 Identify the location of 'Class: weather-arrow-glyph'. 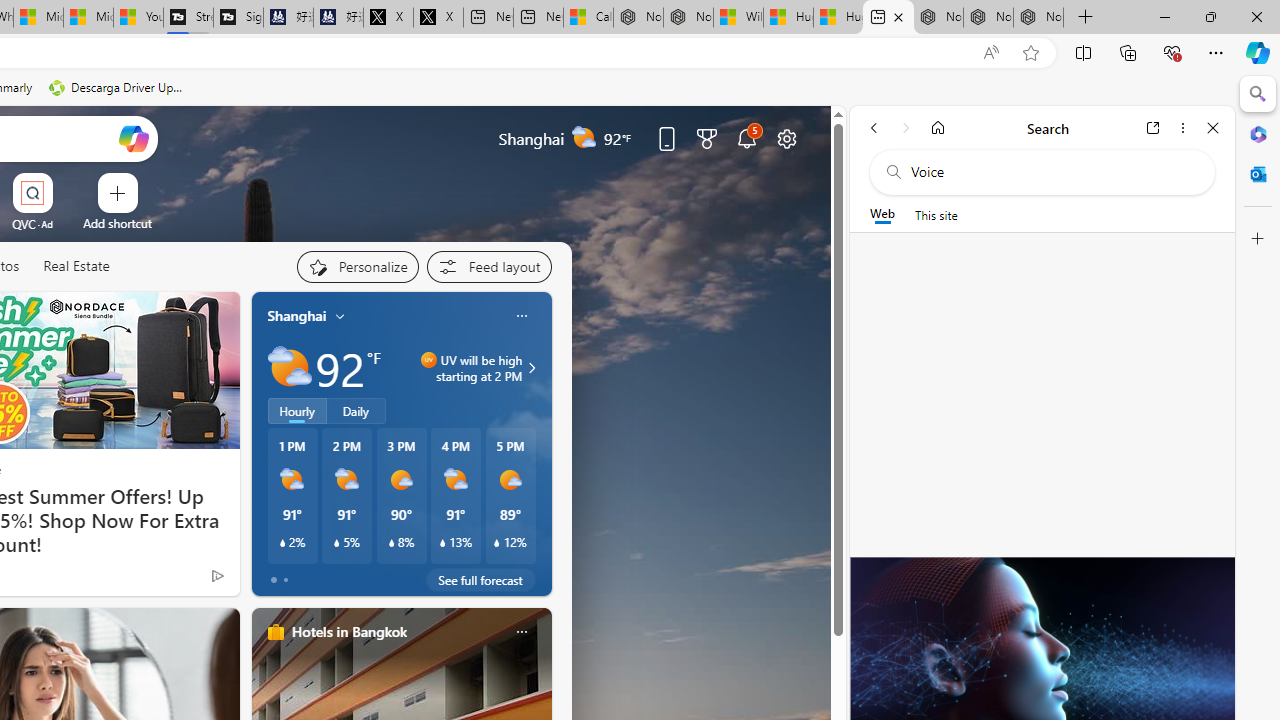
(531, 367).